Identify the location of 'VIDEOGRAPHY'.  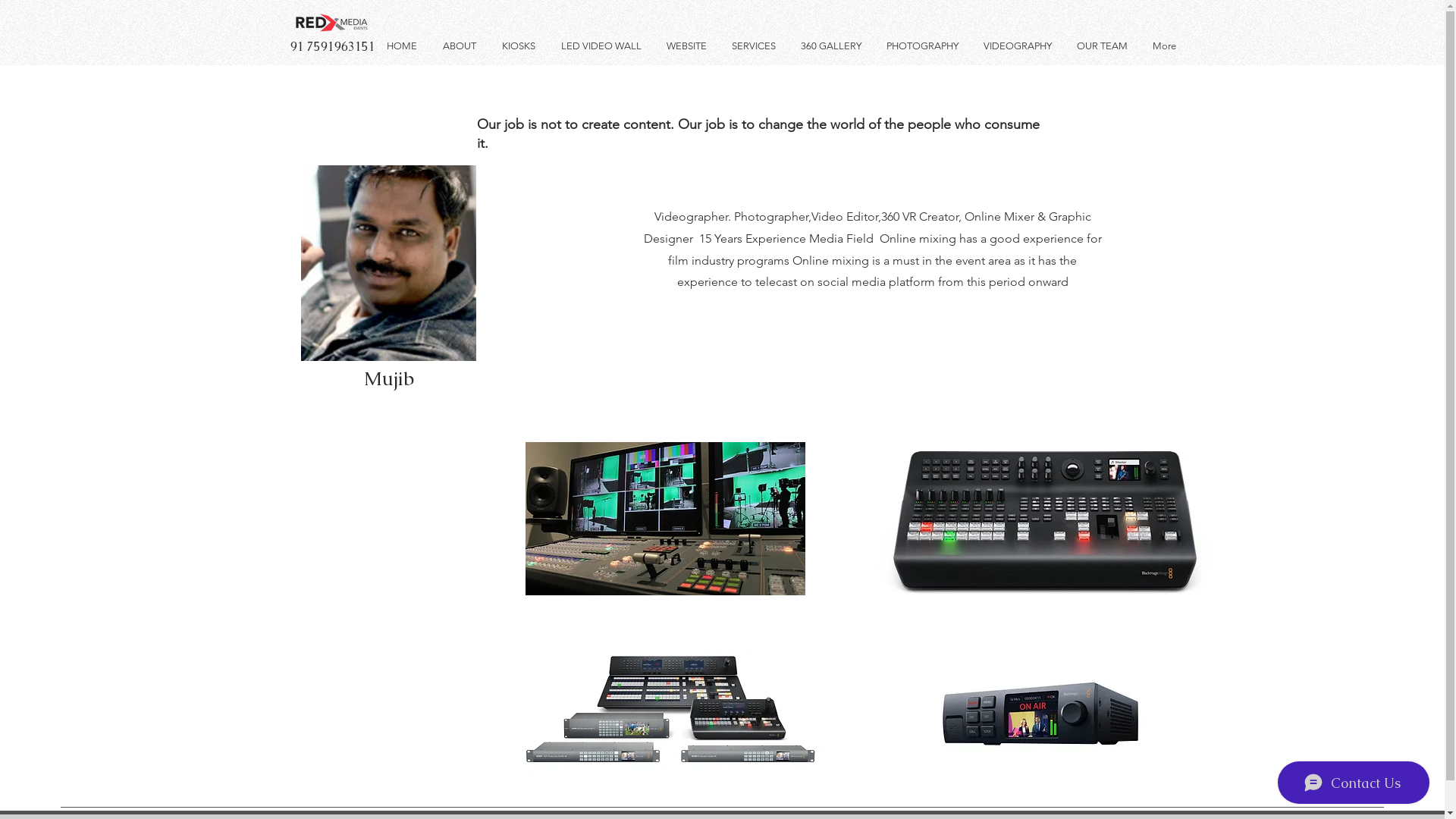
(1018, 45).